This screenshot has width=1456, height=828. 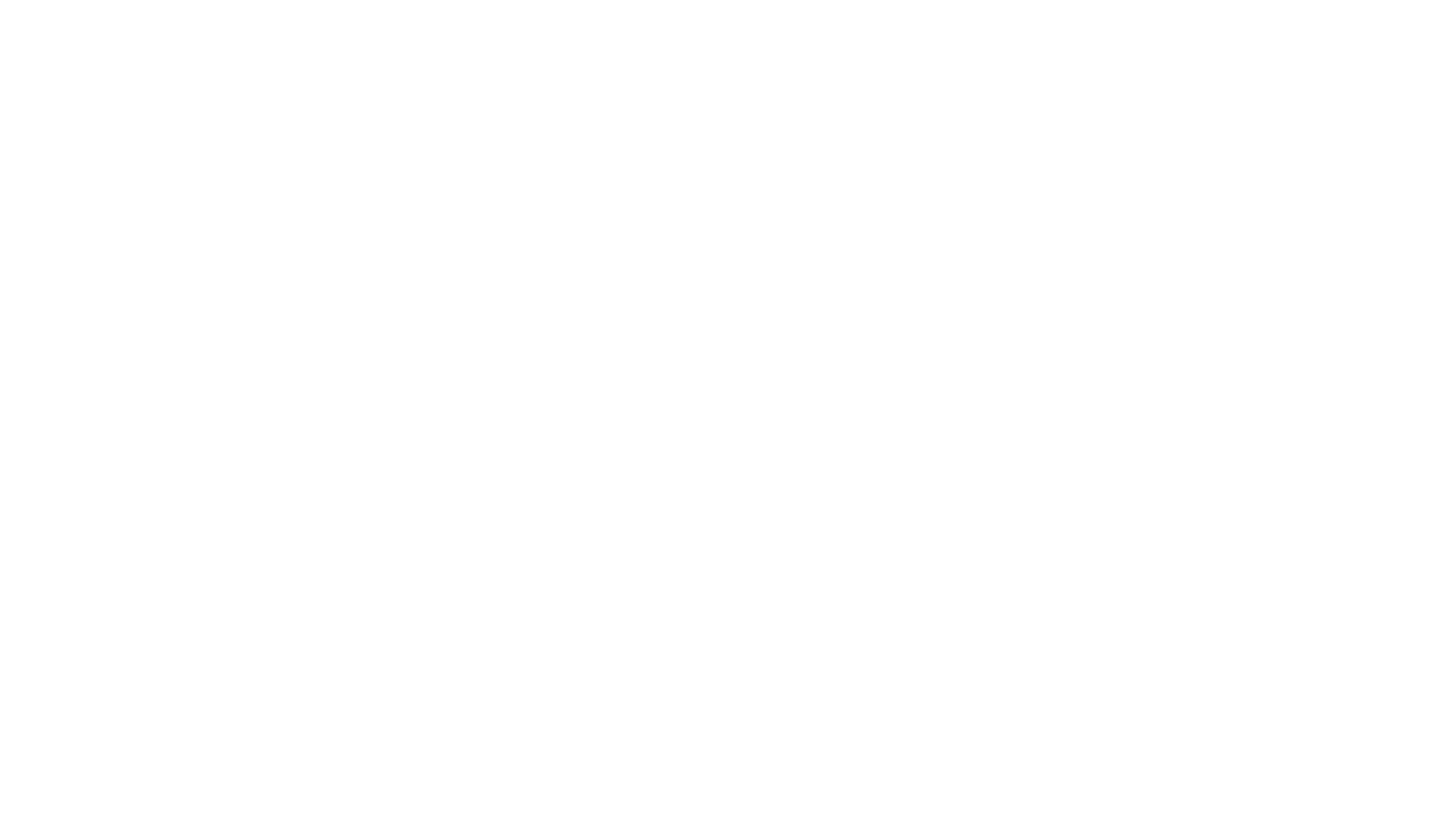 What do you see at coordinates (849, 646) in the screenshot?
I see `'Contact'` at bounding box center [849, 646].